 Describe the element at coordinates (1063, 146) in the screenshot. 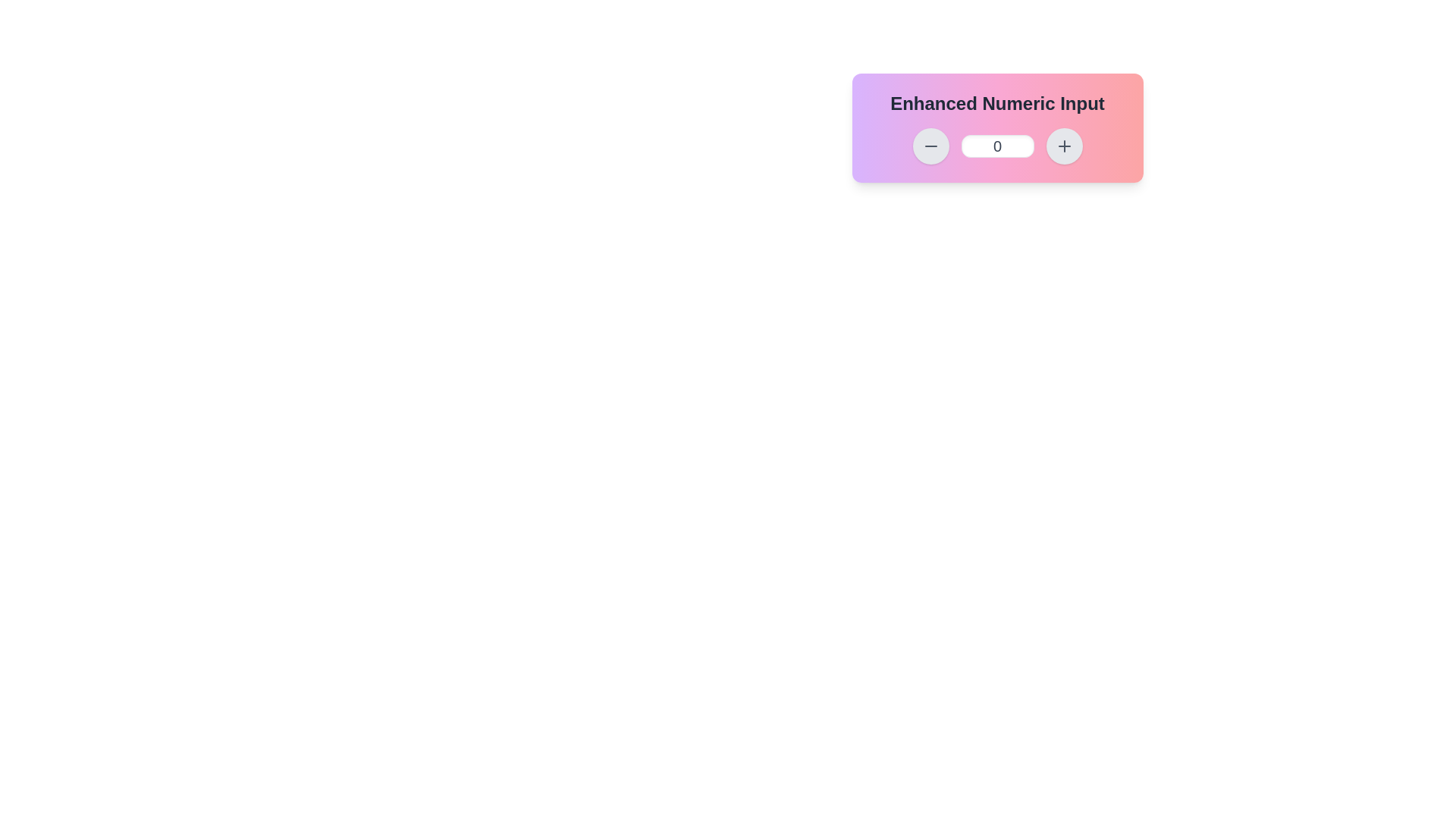

I see `the plus icon button, which is a '+' sign in a circular light gray button, located at the far right of a group of interactive elements` at that location.